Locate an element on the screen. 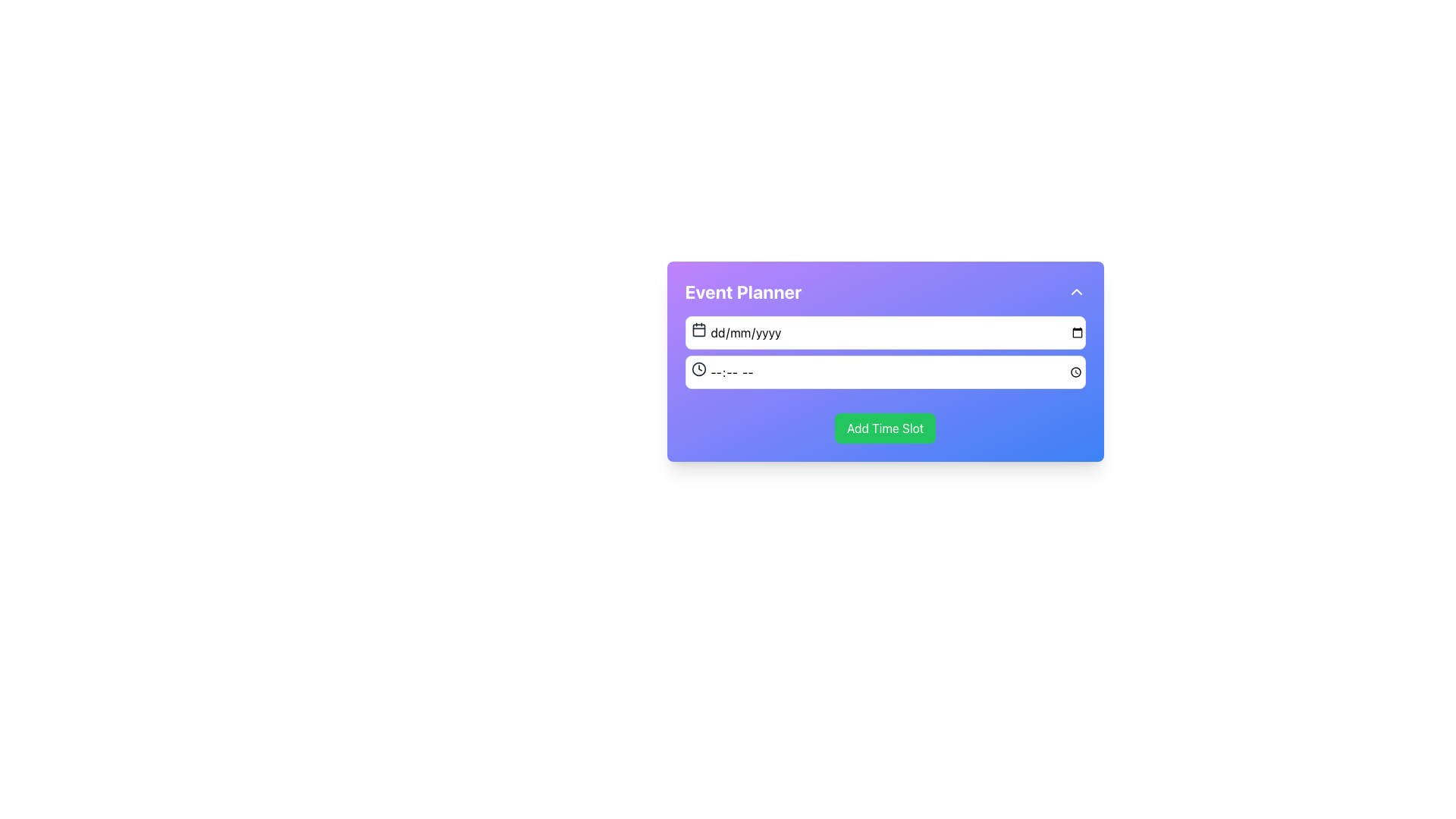 Image resolution: width=1456 pixels, height=819 pixels. to focus on the time input field of the composite input element, which consists of a date picker and a time picker, located underneath the 'Event Planner' title and above the 'Add Time Slot' button is located at coordinates (885, 353).